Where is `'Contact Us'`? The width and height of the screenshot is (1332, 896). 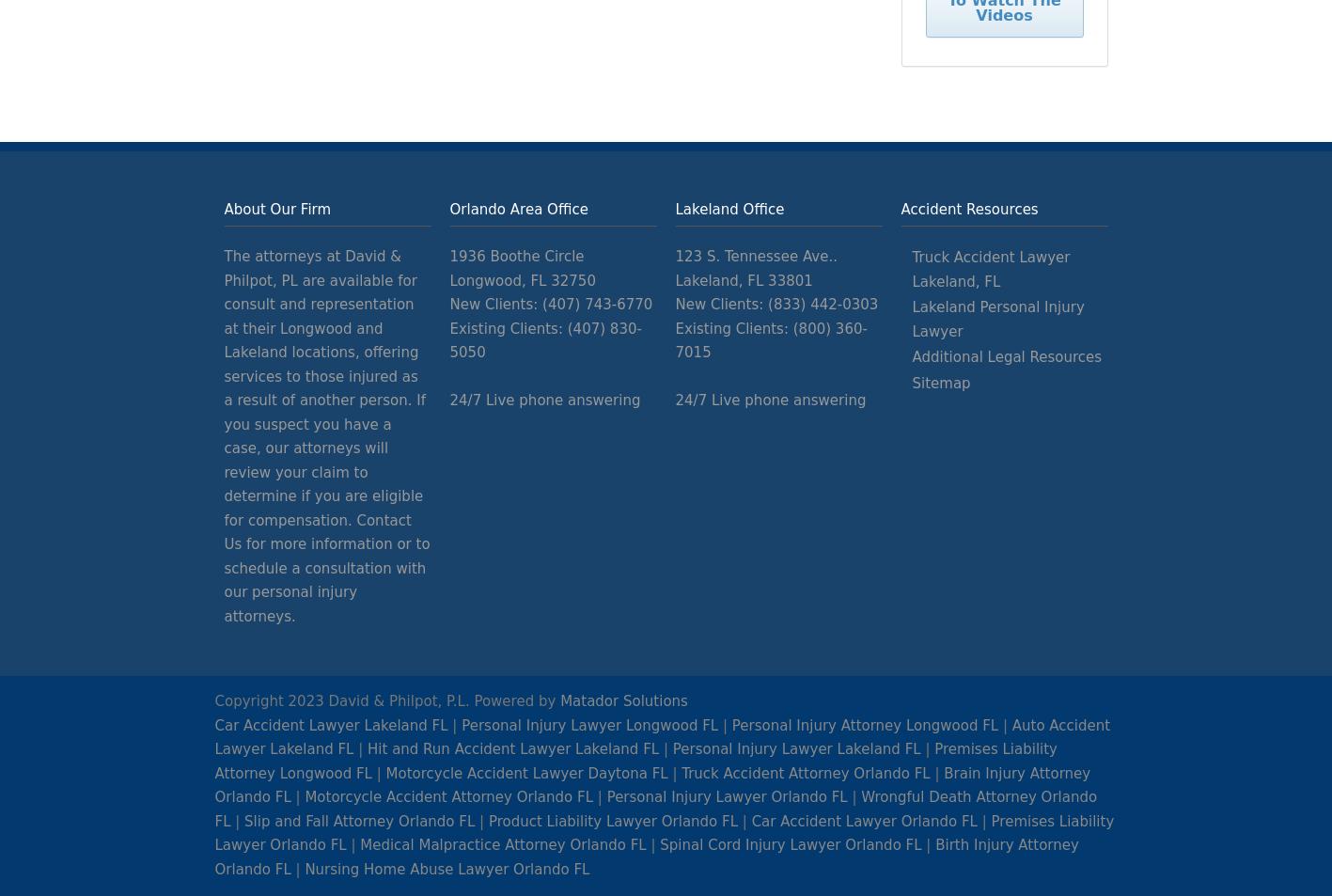
'Contact Us' is located at coordinates (316, 531).